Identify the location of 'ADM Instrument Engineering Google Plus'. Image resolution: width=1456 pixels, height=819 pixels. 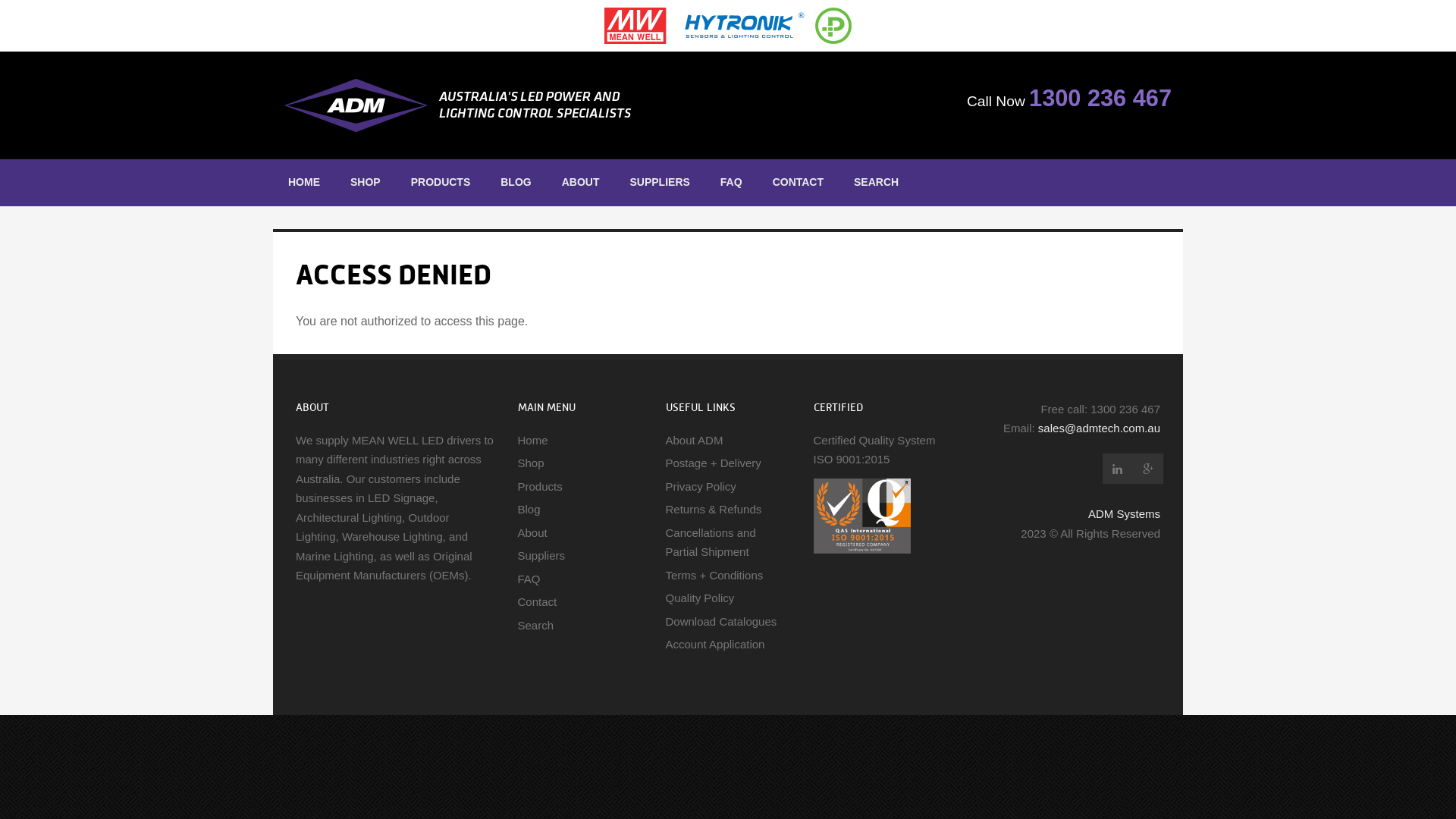
(1132, 467).